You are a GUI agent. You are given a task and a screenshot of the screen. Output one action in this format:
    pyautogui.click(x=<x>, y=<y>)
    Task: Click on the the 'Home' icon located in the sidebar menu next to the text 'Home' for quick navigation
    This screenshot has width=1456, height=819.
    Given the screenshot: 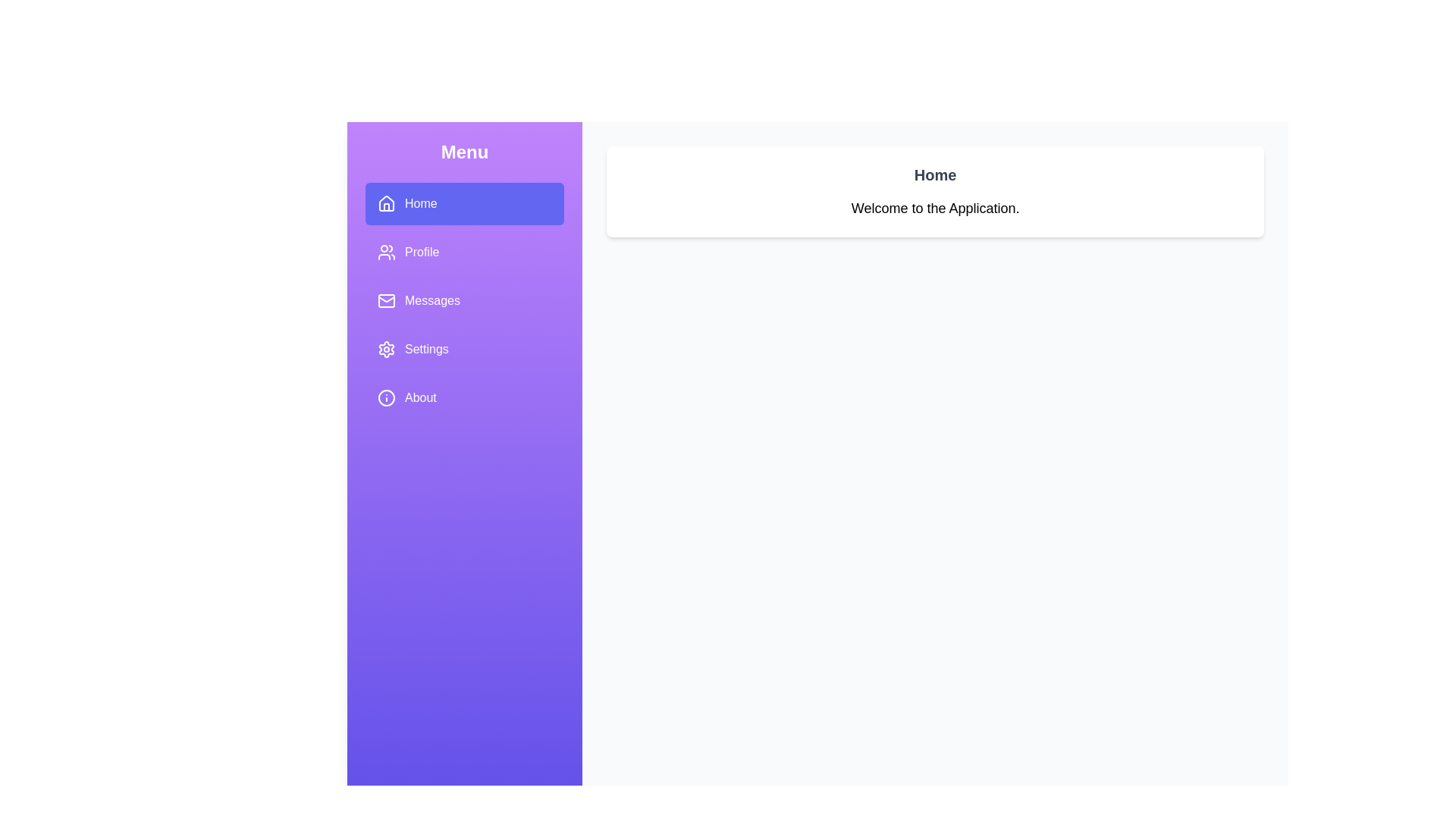 What is the action you would take?
    pyautogui.click(x=386, y=202)
    